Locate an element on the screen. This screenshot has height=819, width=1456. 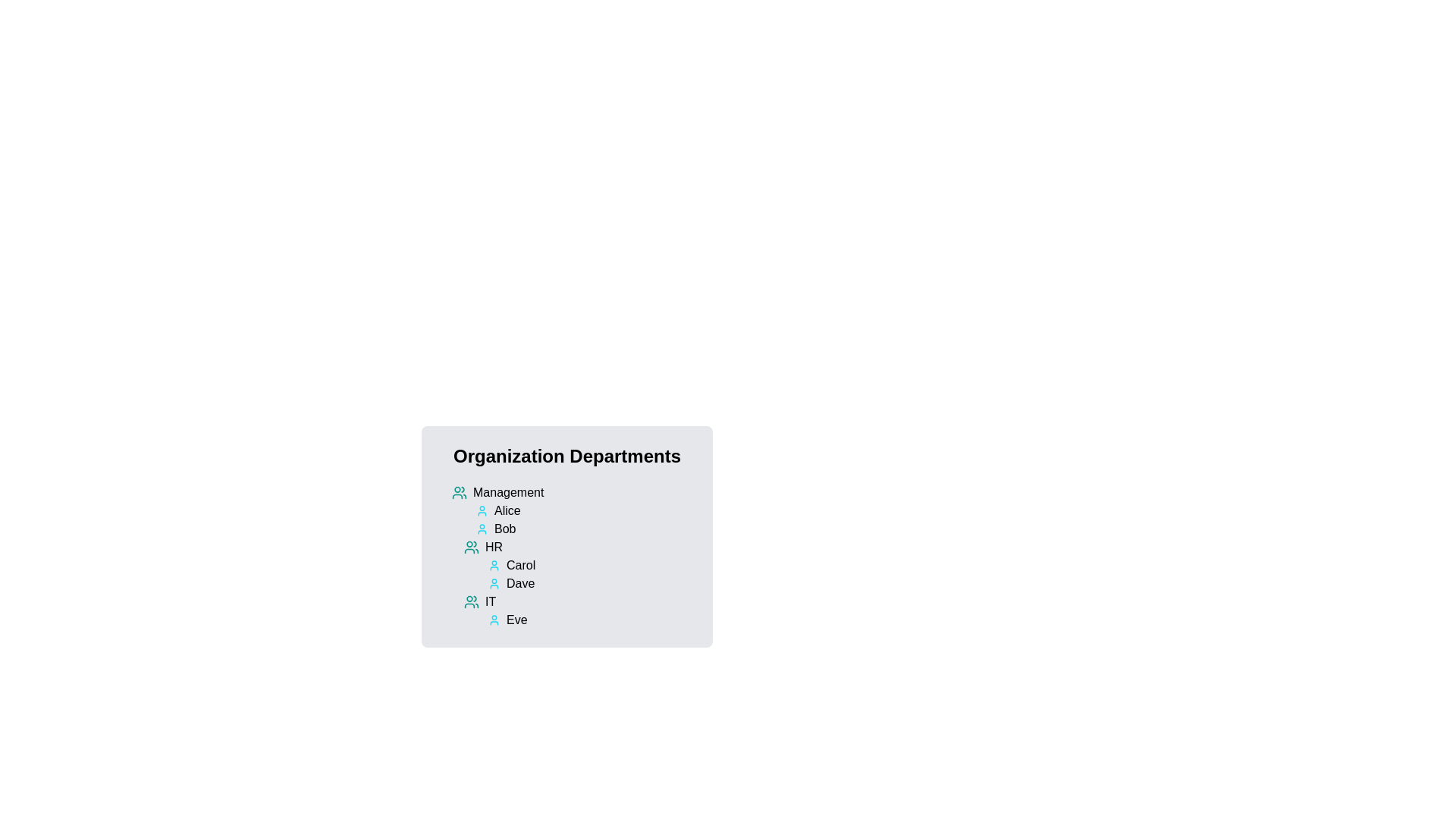
the text element displaying 'Alice' in bold black font, located in the 'Management' section, just below the title 'Management' and above the text 'Bob' is located at coordinates (507, 511).